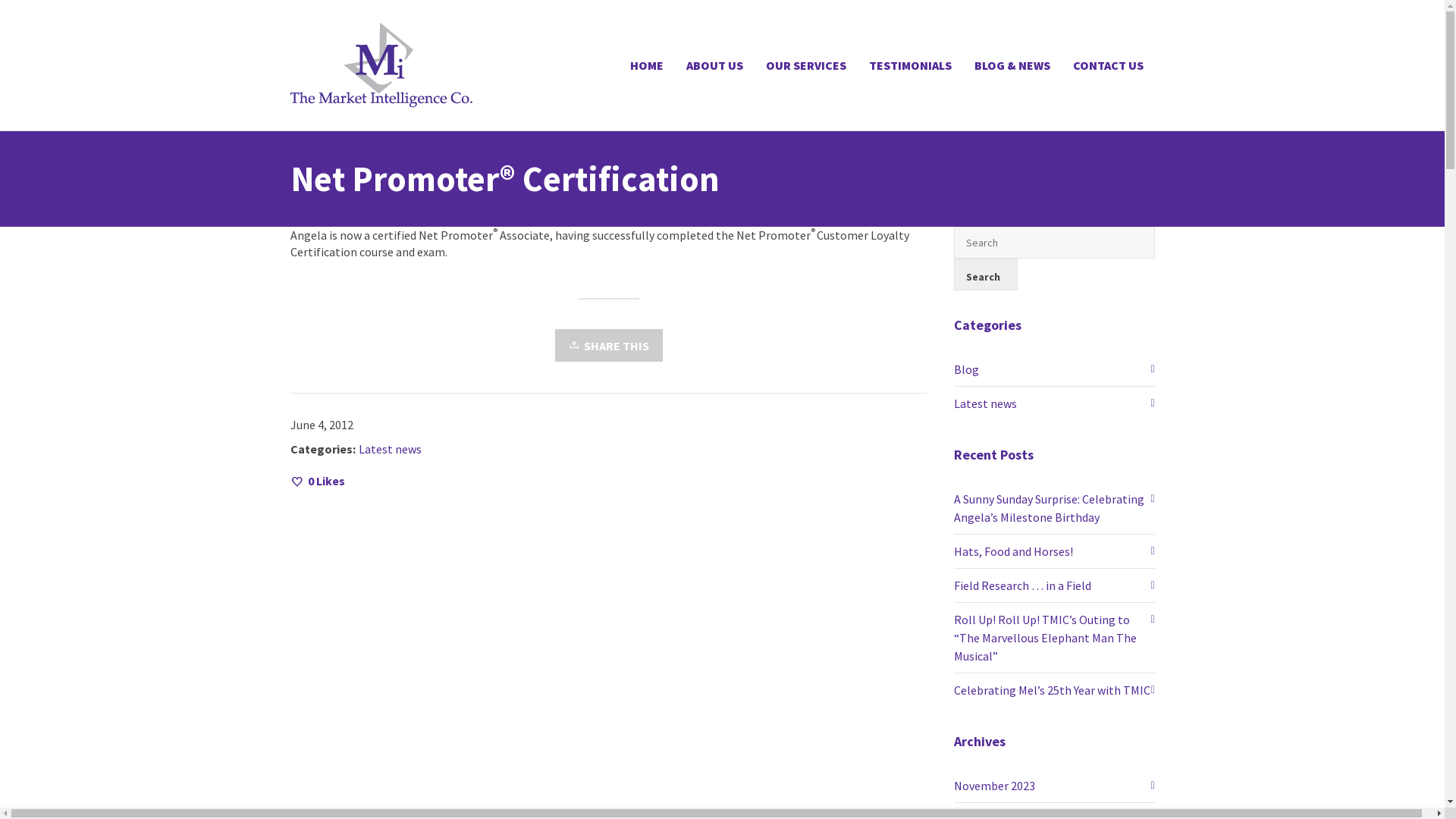 The width and height of the screenshot is (1456, 819). What do you see at coordinates (962, 64) in the screenshot?
I see `'BLOG & NEWS'` at bounding box center [962, 64].